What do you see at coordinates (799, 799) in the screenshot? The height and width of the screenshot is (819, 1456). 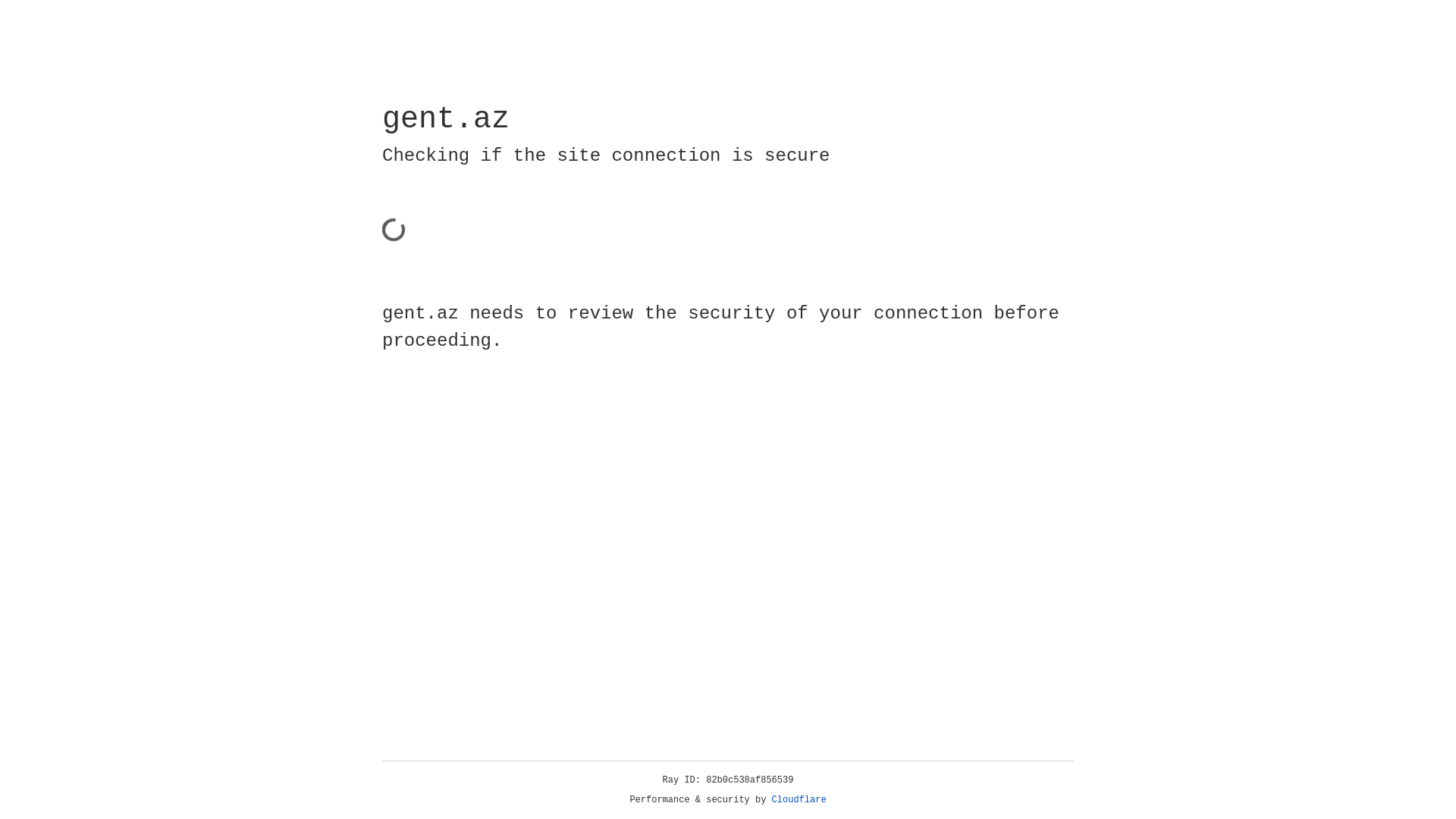 I see `'Cloudflare'` at bounding box center [799, 799].